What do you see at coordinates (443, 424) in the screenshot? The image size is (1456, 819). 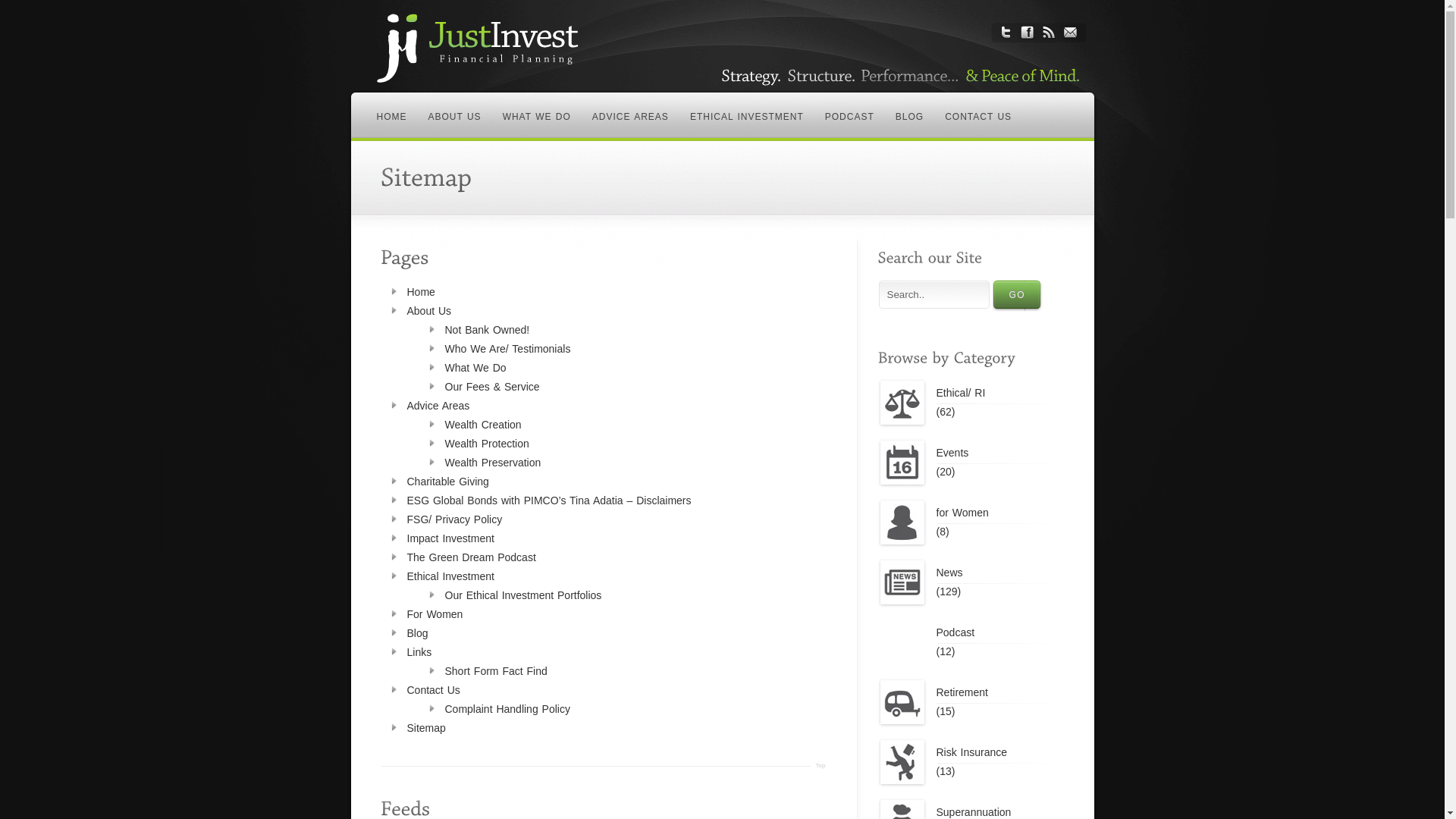 I see `'Wealth Creation'` at bounding box center [443, 424].